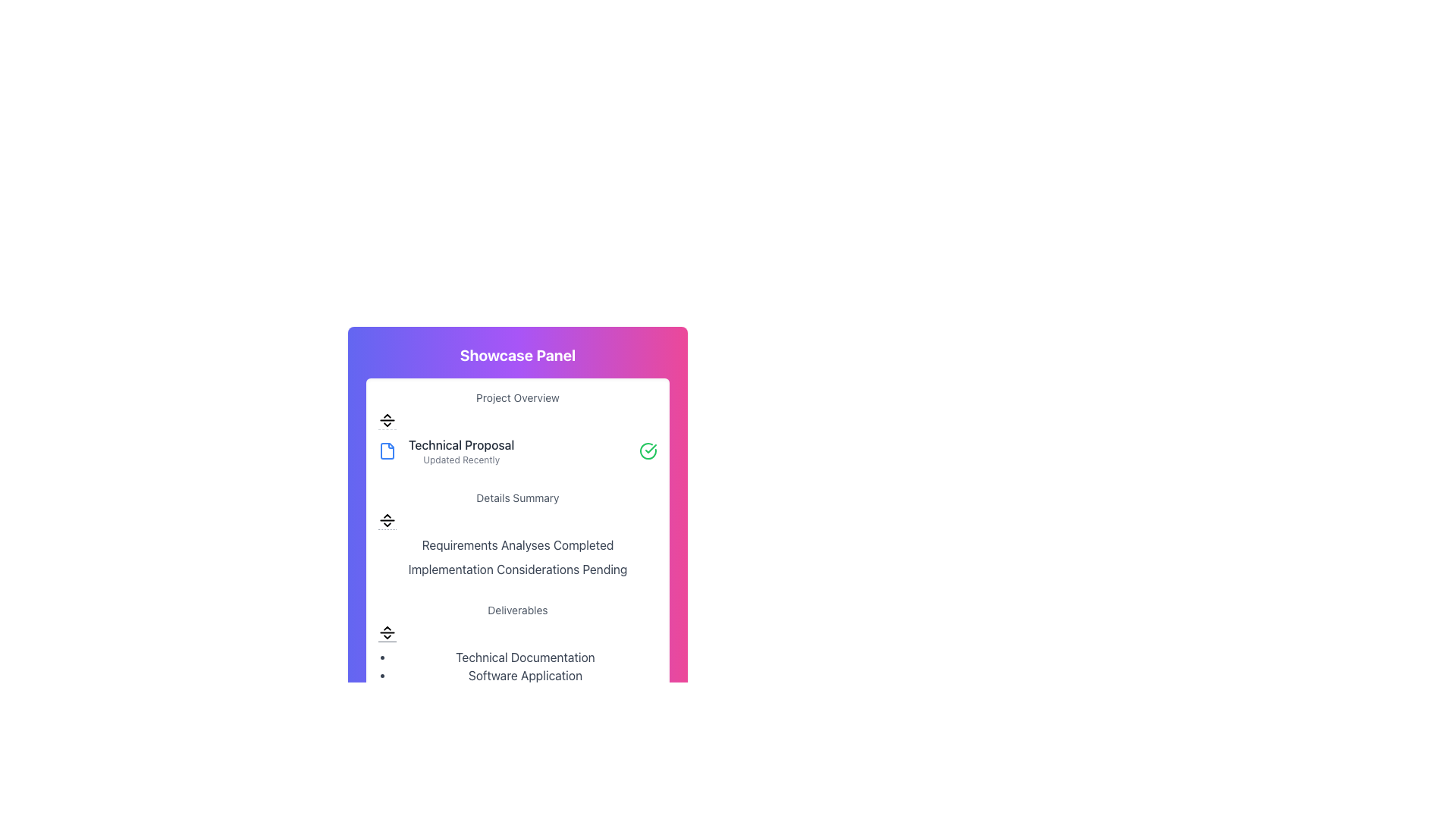 This screenshot has height=819, width=1456. I want to click on the second list item representing a technical proposal, so click(517, 428).